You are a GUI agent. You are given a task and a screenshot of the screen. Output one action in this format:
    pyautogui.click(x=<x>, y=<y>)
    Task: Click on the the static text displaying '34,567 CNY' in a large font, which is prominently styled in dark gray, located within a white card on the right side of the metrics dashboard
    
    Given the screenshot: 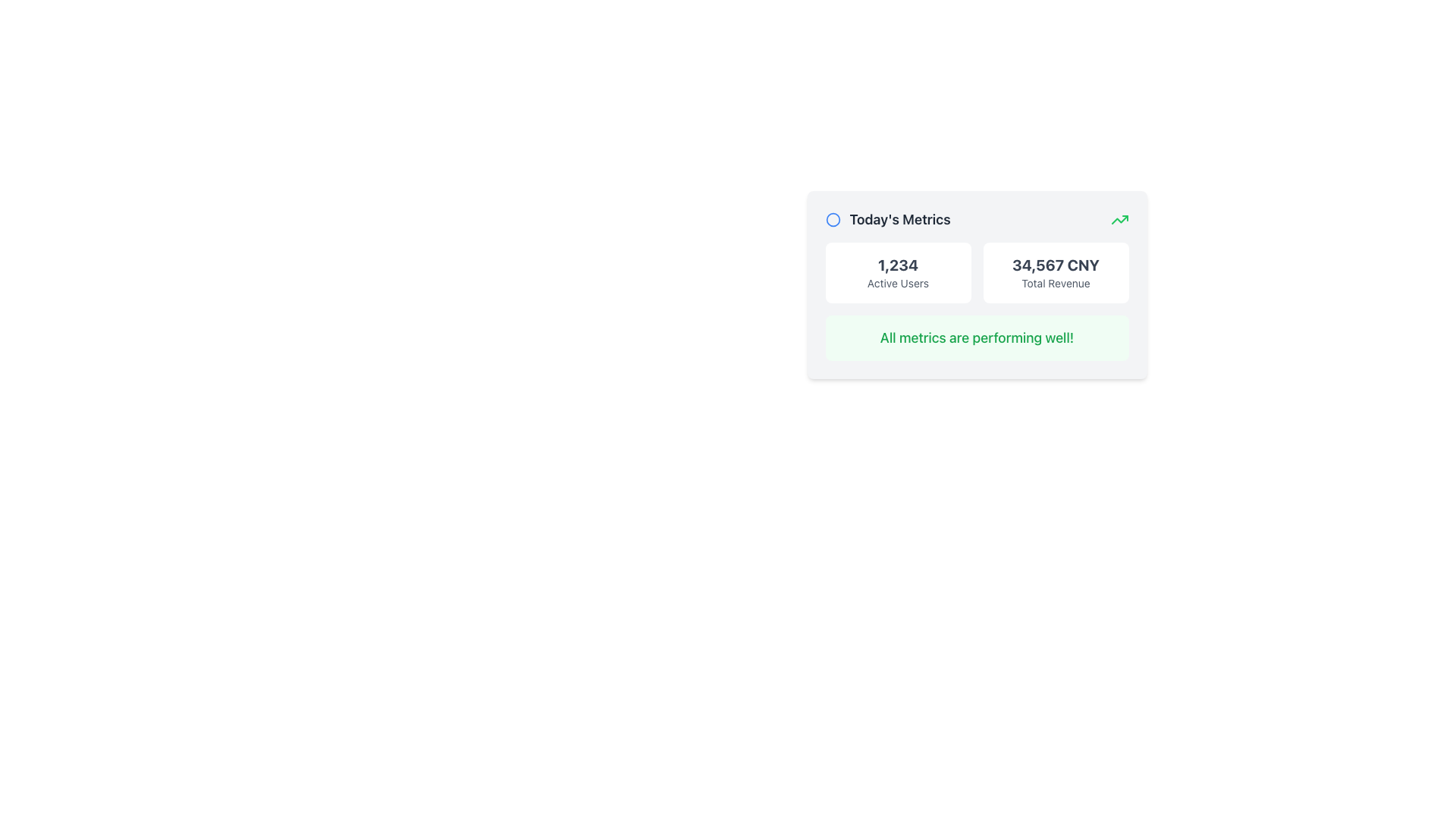 What is the action you would take?
    pyautogui.click(x=1055, y=265)
    